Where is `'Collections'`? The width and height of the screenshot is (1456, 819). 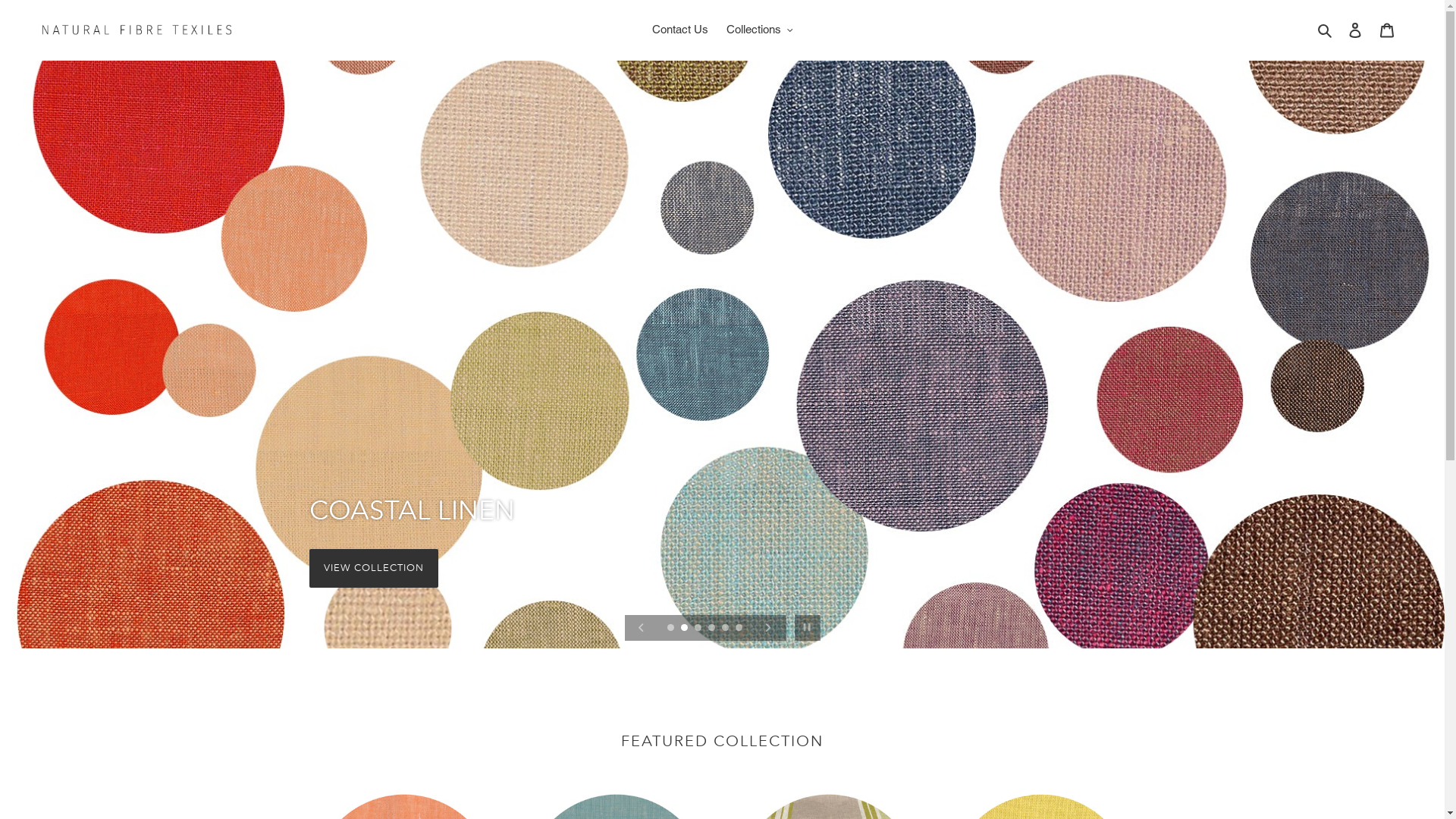 'Collections' is located at coordinates (760, 30).